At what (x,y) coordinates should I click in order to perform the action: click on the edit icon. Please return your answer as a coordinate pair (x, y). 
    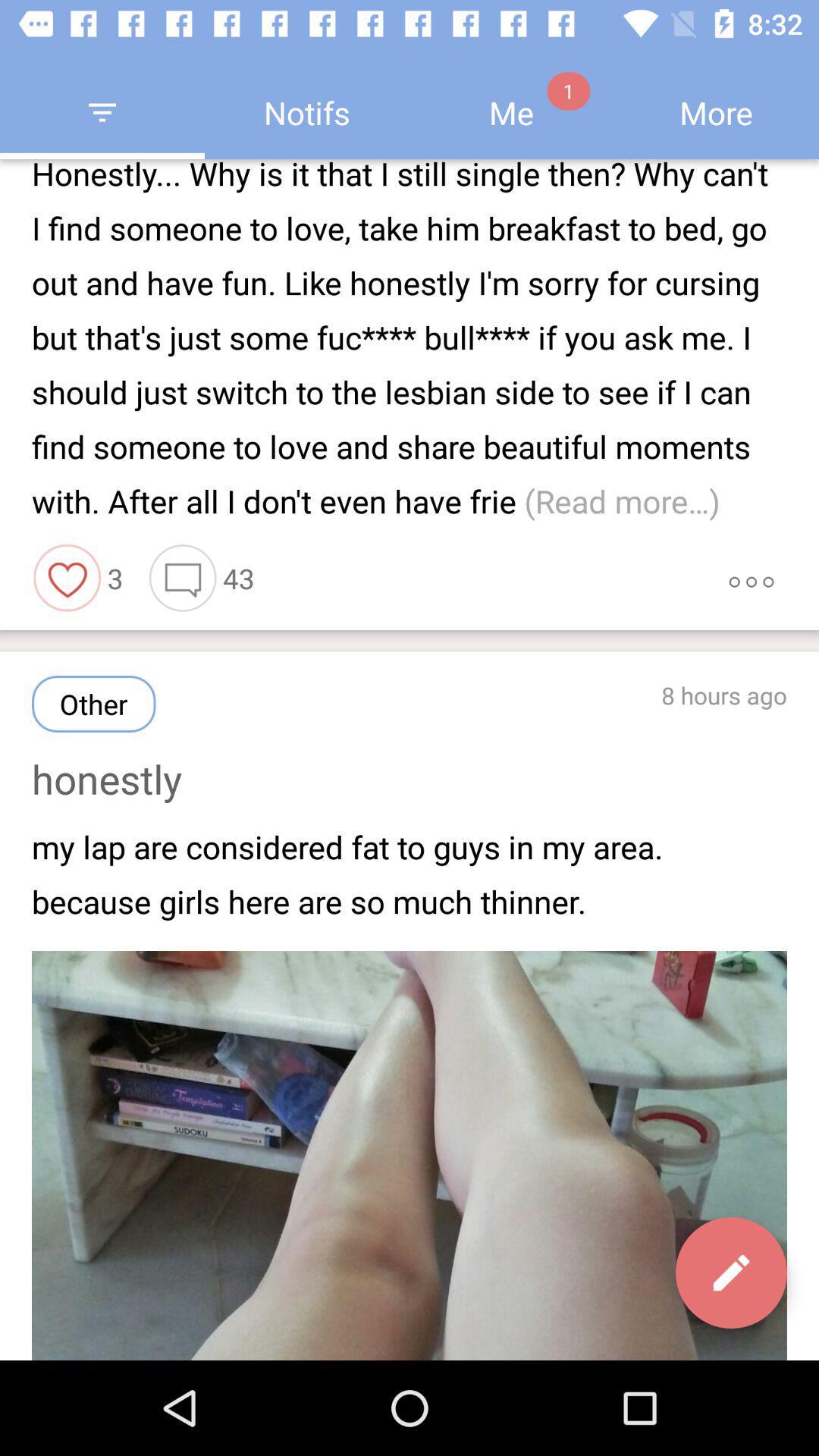
    Looking at the image, I should click on (730, 1272).